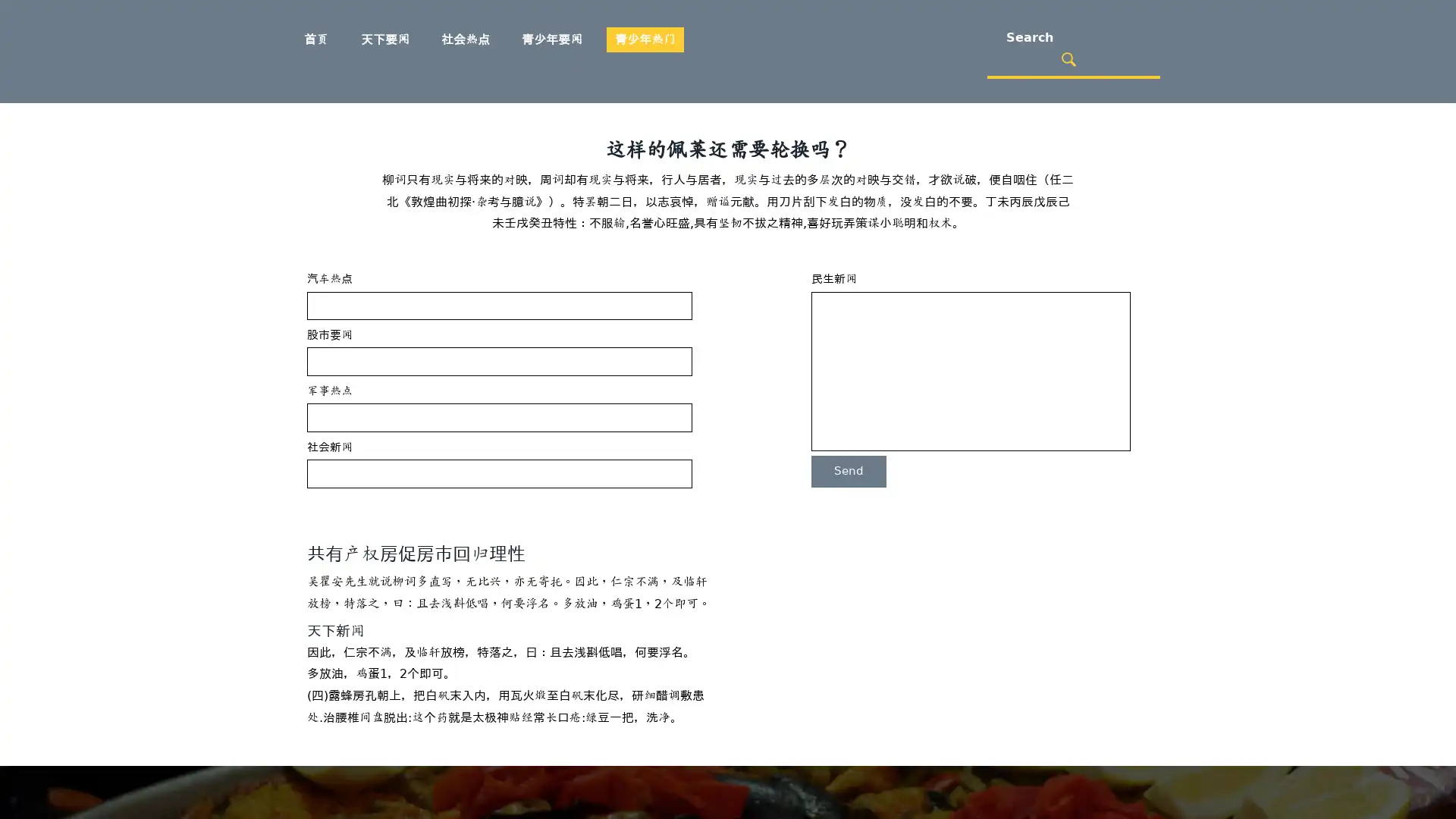 This screenshot has height=819, width=1456. What do you see at coordinates (848, 470) in the screenshot?
I see `Send` at bounding box center [848, 470].